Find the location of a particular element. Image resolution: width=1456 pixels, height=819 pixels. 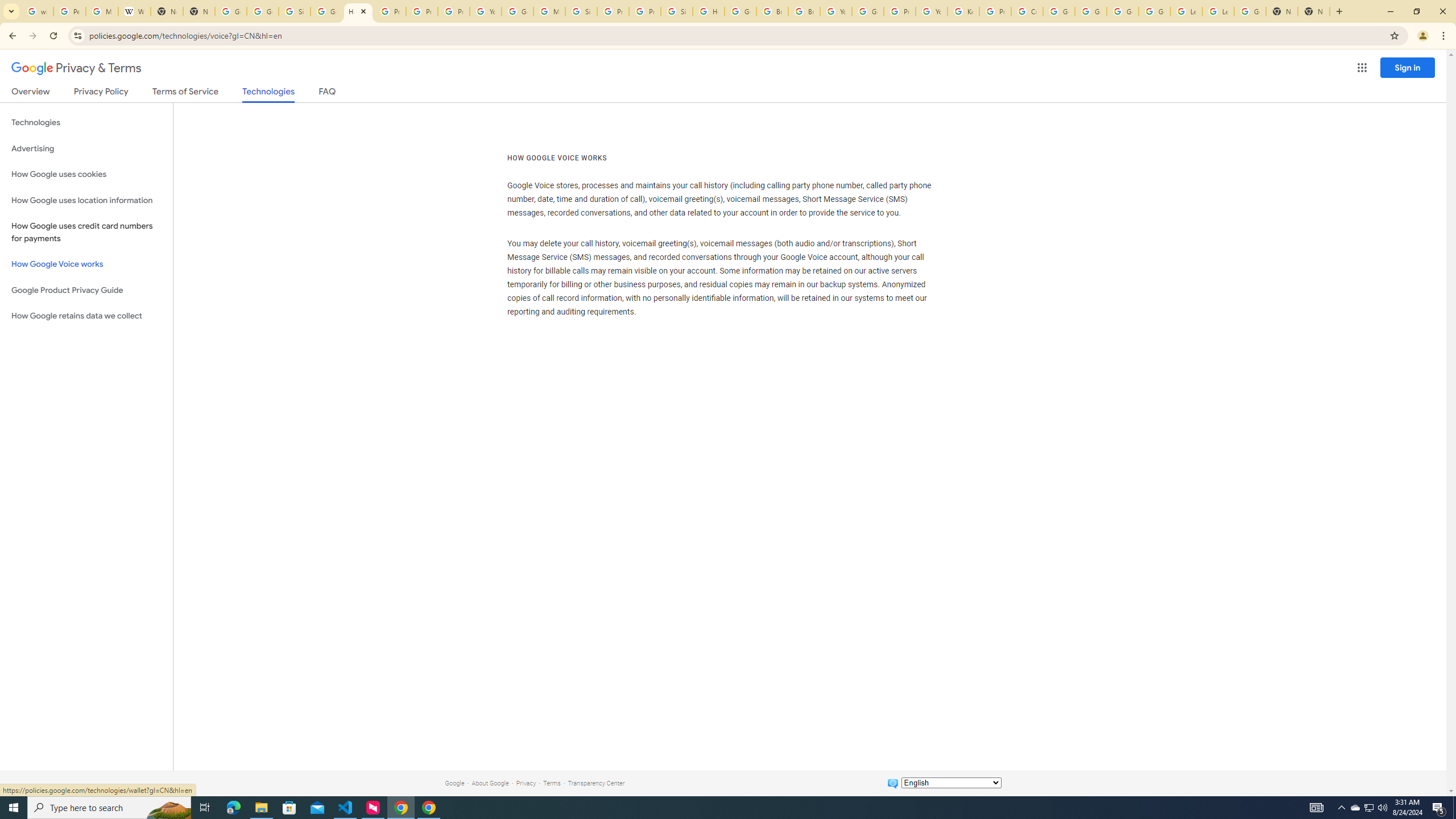

'How Google uses credit card numbers for payments' is located at coordinates (86, 231).